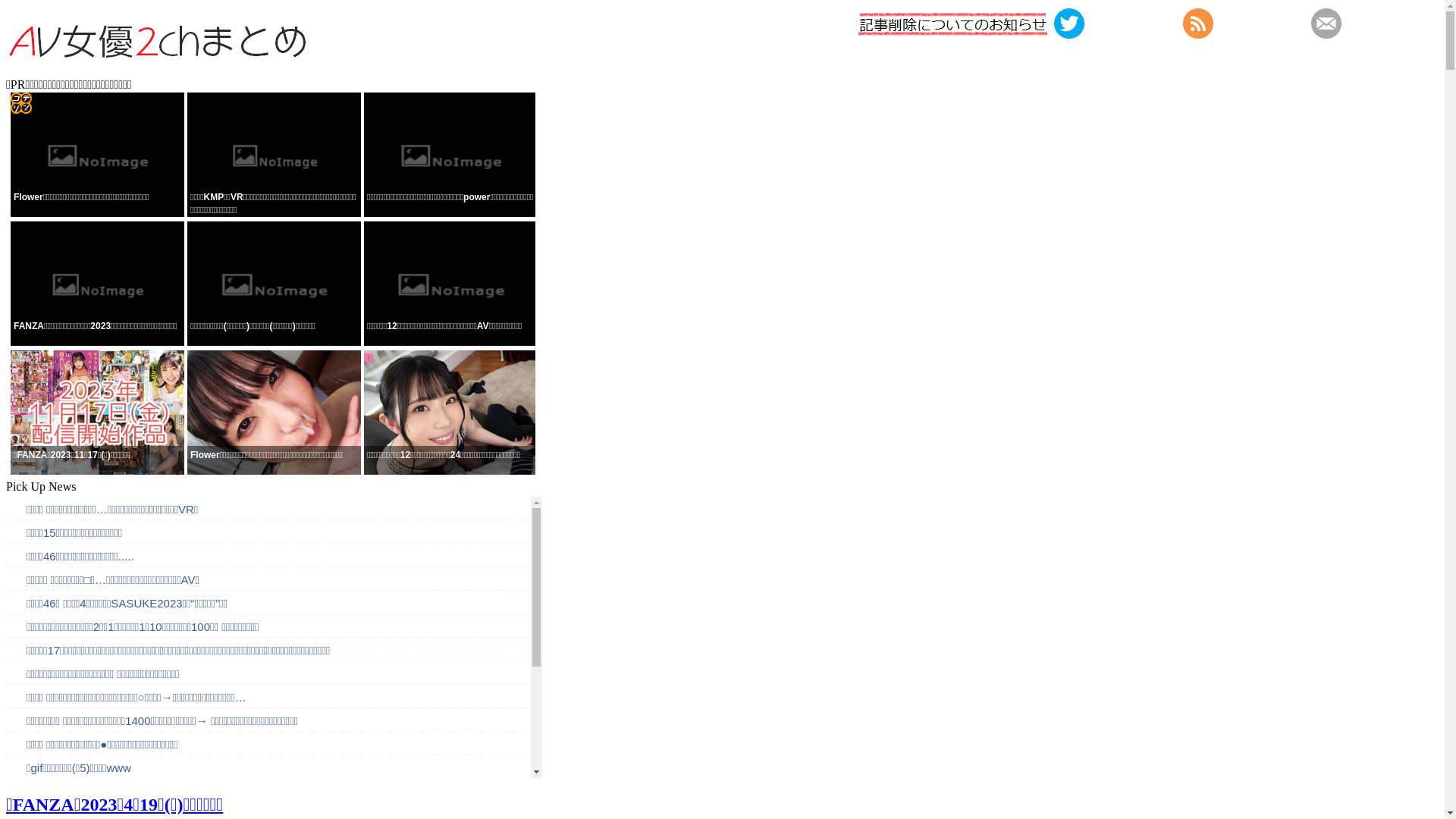 This screenshot has height=819, width=1456. What do you see at coordinates (1068, 34) in the screenshot?
I see `'https://twitter.com/2chavcom'` at bounding box center [1068, 34].